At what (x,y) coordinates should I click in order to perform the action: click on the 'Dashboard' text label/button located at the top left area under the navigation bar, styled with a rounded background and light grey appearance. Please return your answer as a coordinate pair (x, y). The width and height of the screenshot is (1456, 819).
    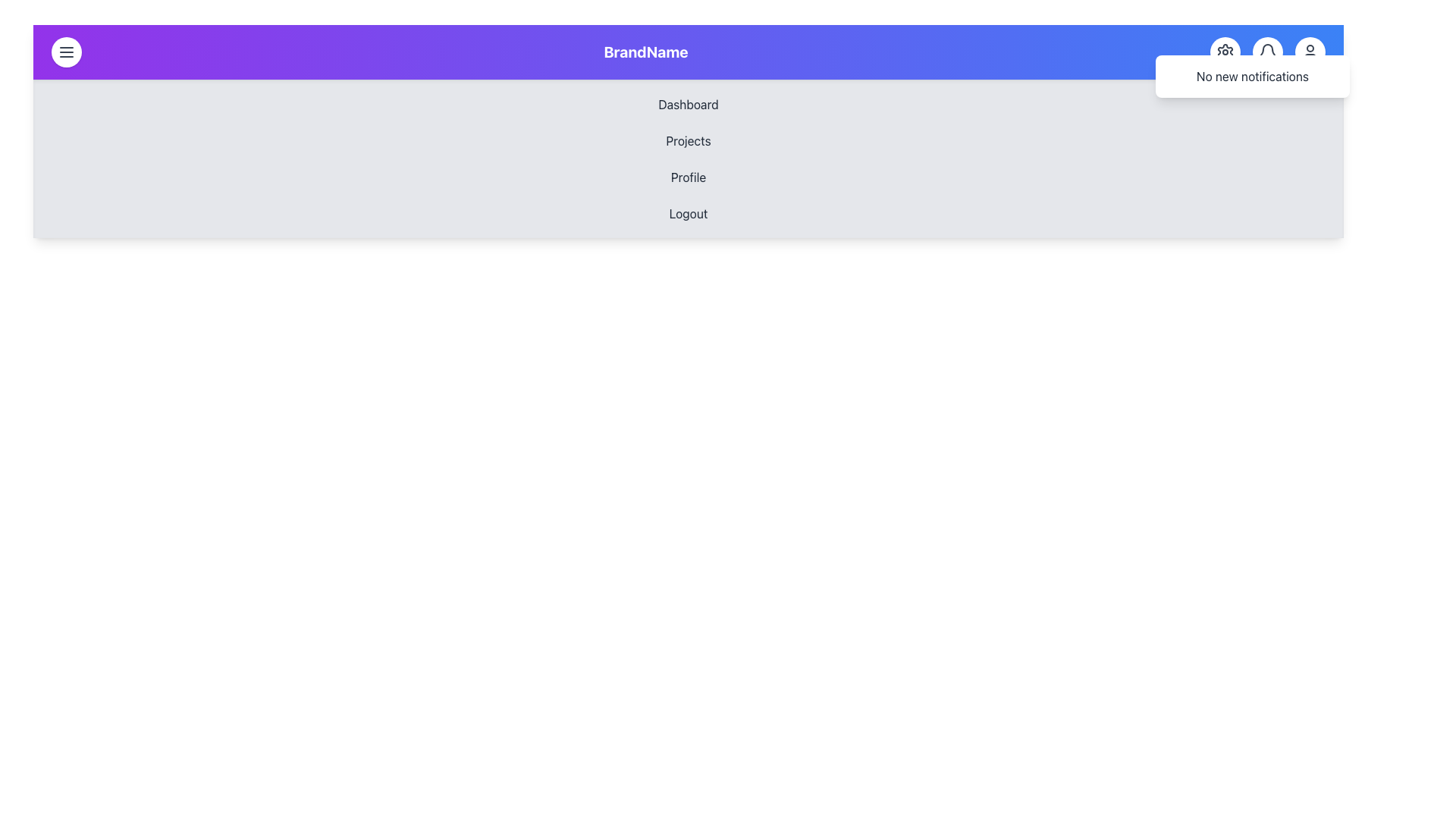
    Looking at the image, I should click on (687, 104).